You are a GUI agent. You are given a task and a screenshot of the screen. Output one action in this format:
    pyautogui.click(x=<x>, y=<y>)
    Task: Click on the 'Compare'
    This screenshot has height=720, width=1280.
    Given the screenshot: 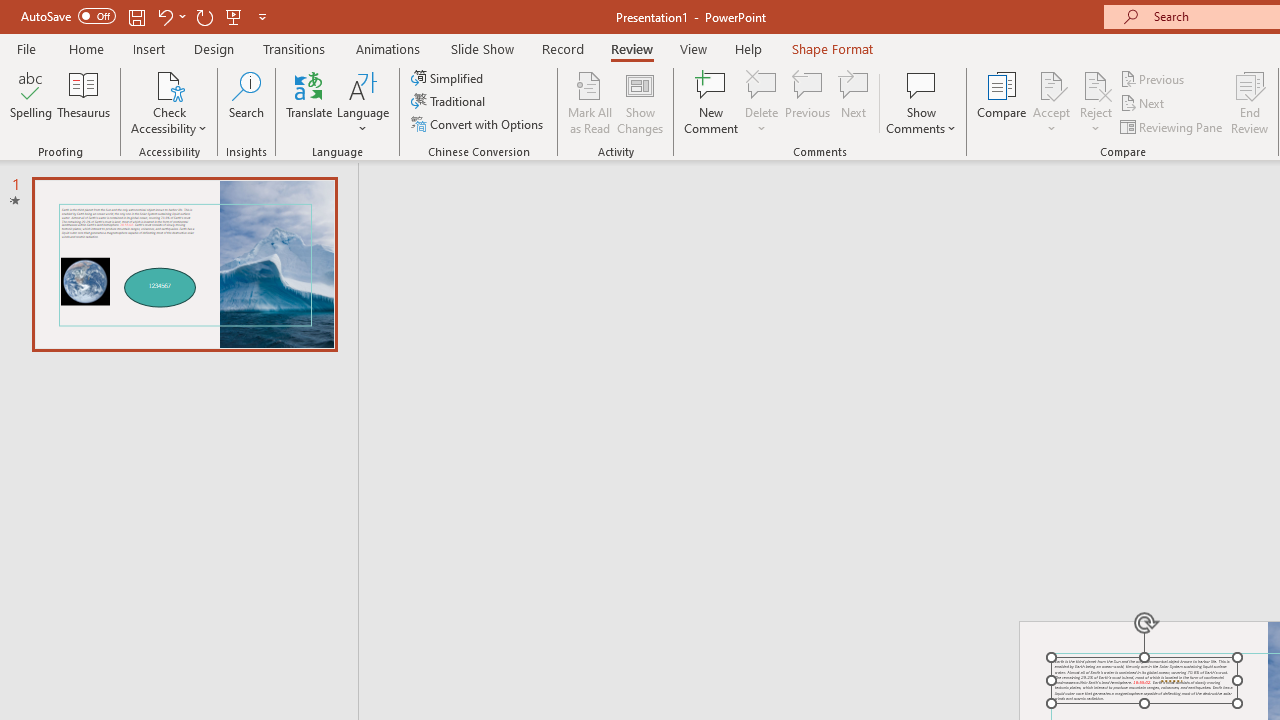 What is the action you would take?
    pyautogui.click(x=1002, y=103)
    